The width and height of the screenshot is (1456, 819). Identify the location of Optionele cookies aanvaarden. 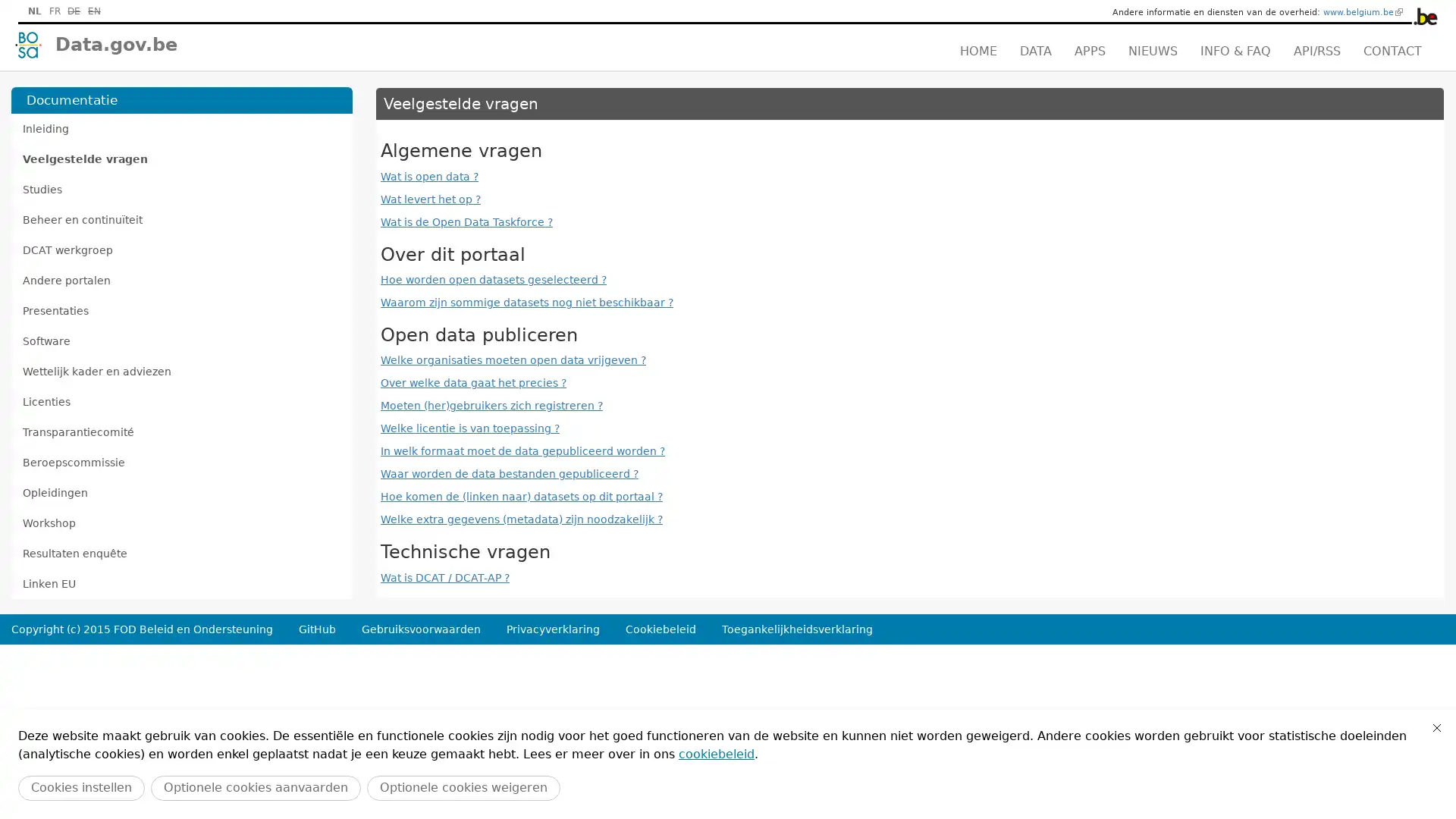
(256, 787).